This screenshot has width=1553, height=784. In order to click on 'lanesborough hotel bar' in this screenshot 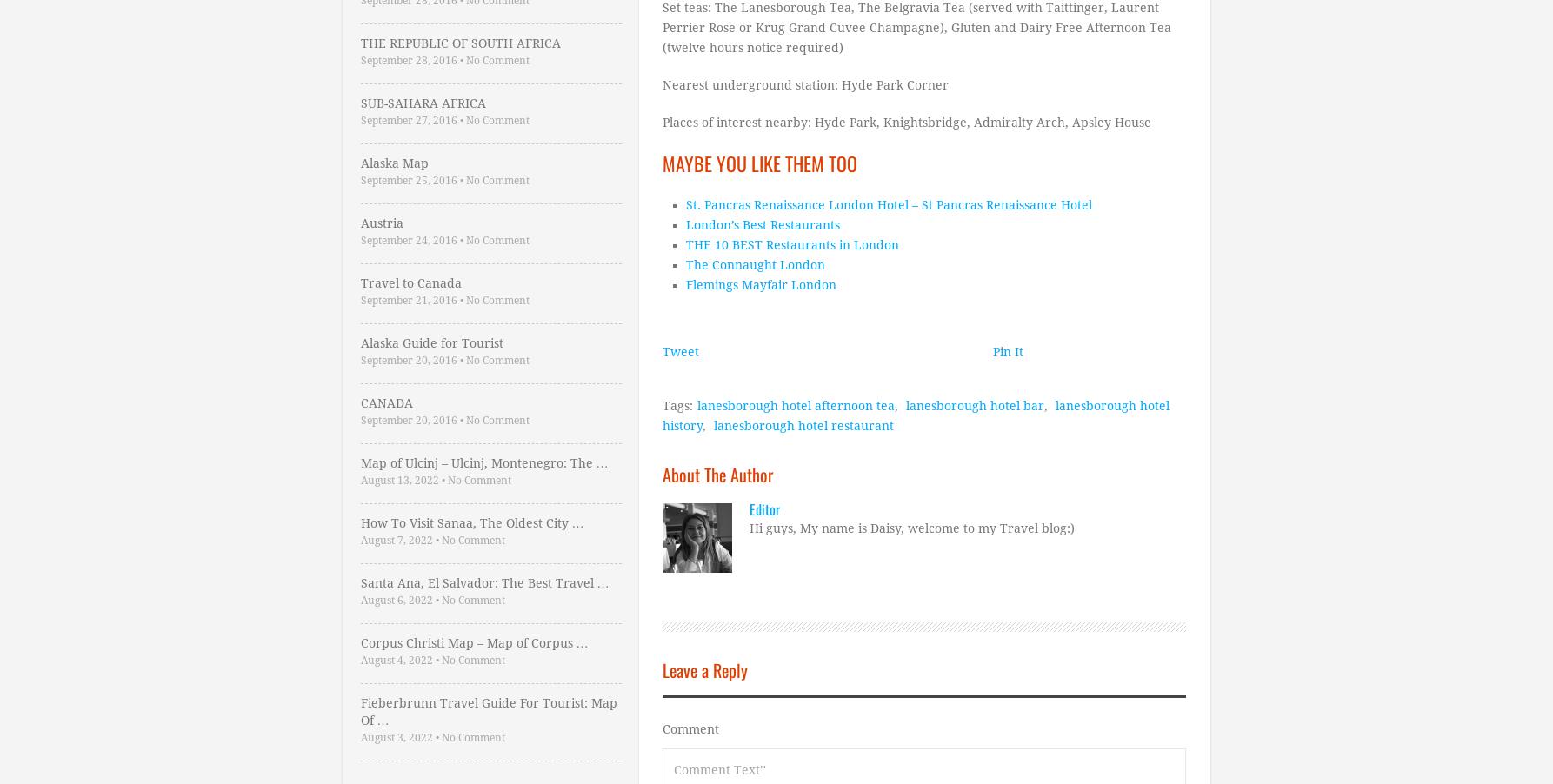, I will do `click(974, 403)`.